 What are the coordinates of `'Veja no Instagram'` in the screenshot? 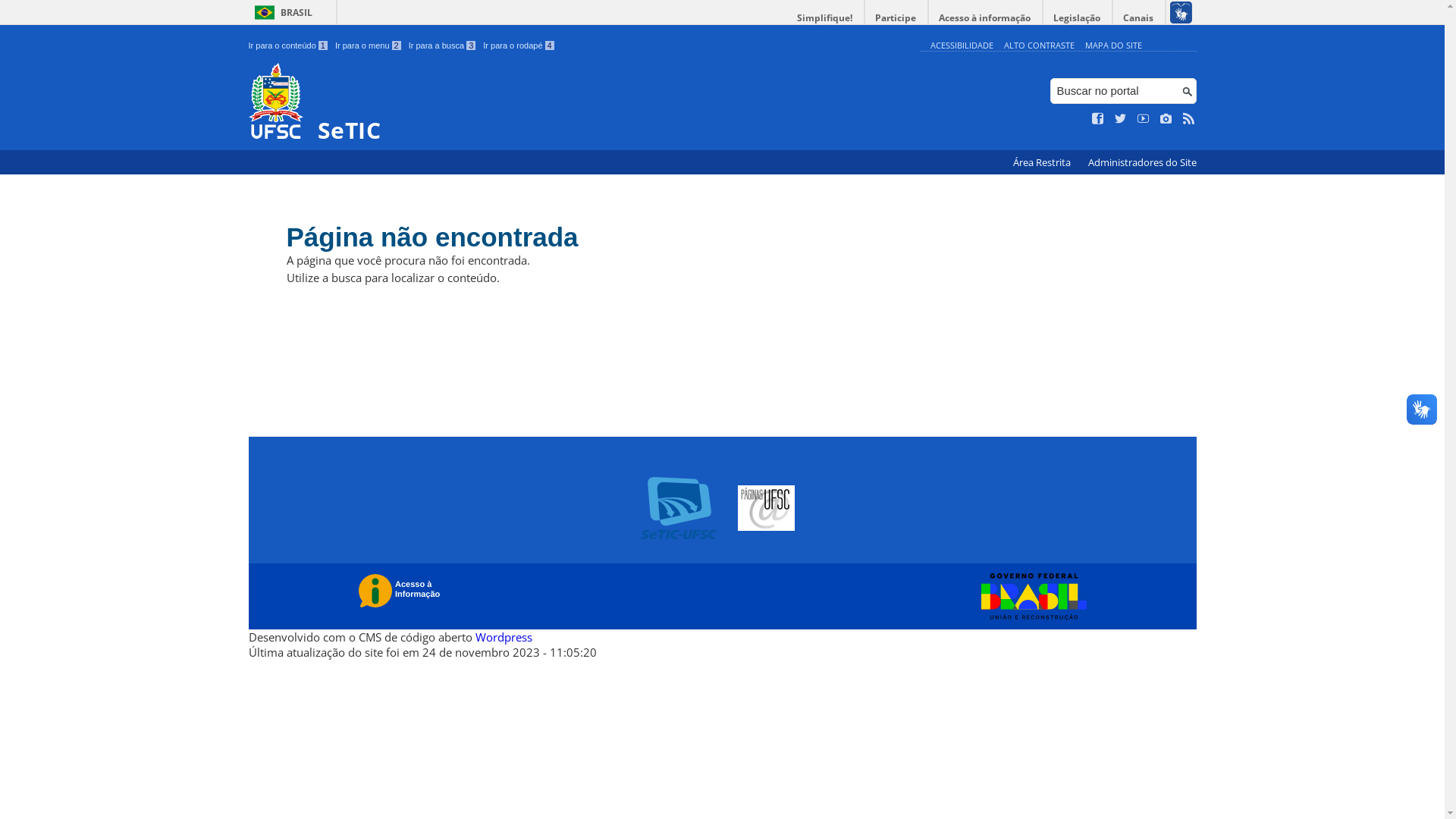 It's located at (1165, 118).